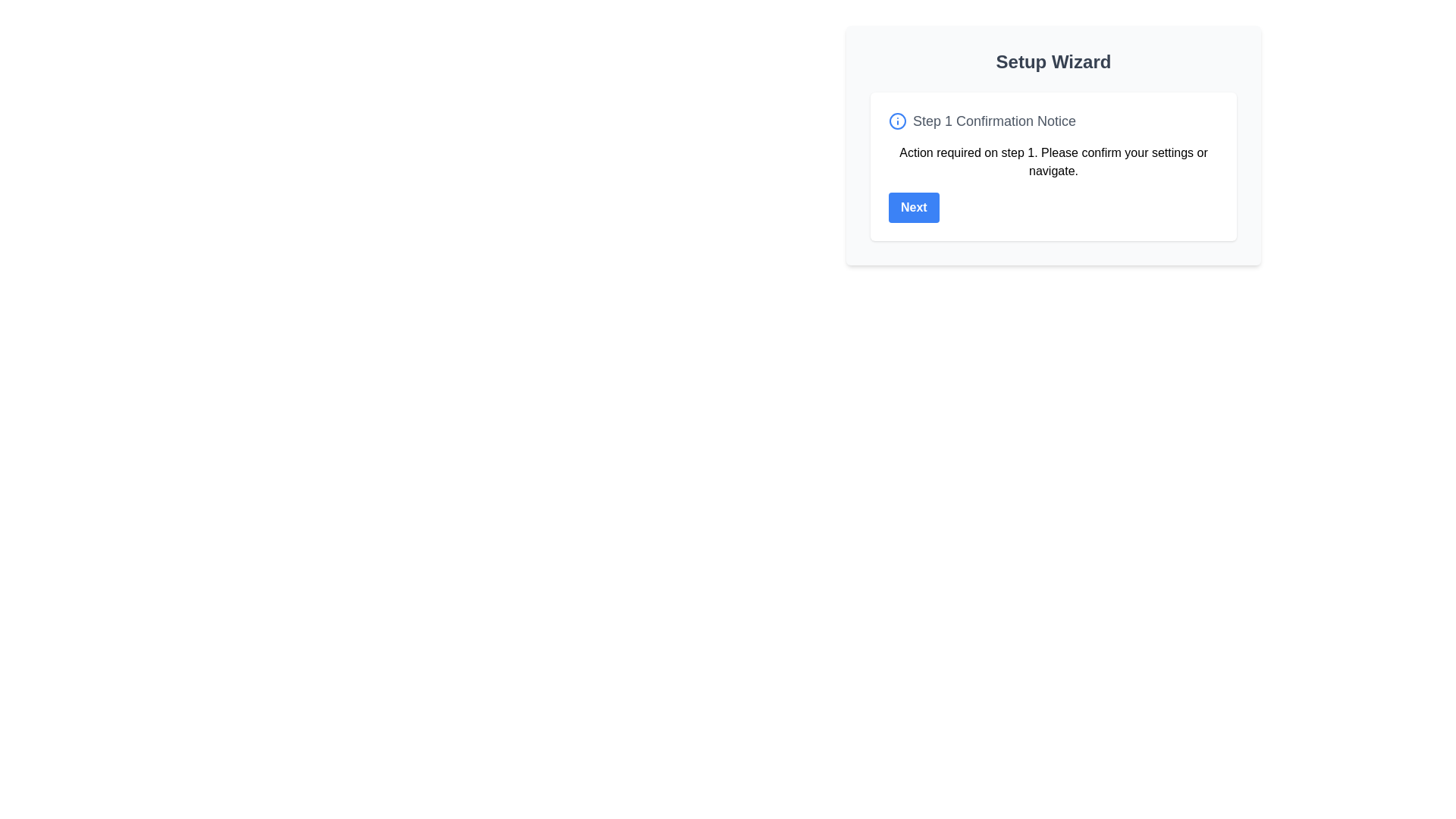  I want to click on the navigation button located in the lower-left corner of the 'Setup Wizard' dialog box, so click(913, 207).